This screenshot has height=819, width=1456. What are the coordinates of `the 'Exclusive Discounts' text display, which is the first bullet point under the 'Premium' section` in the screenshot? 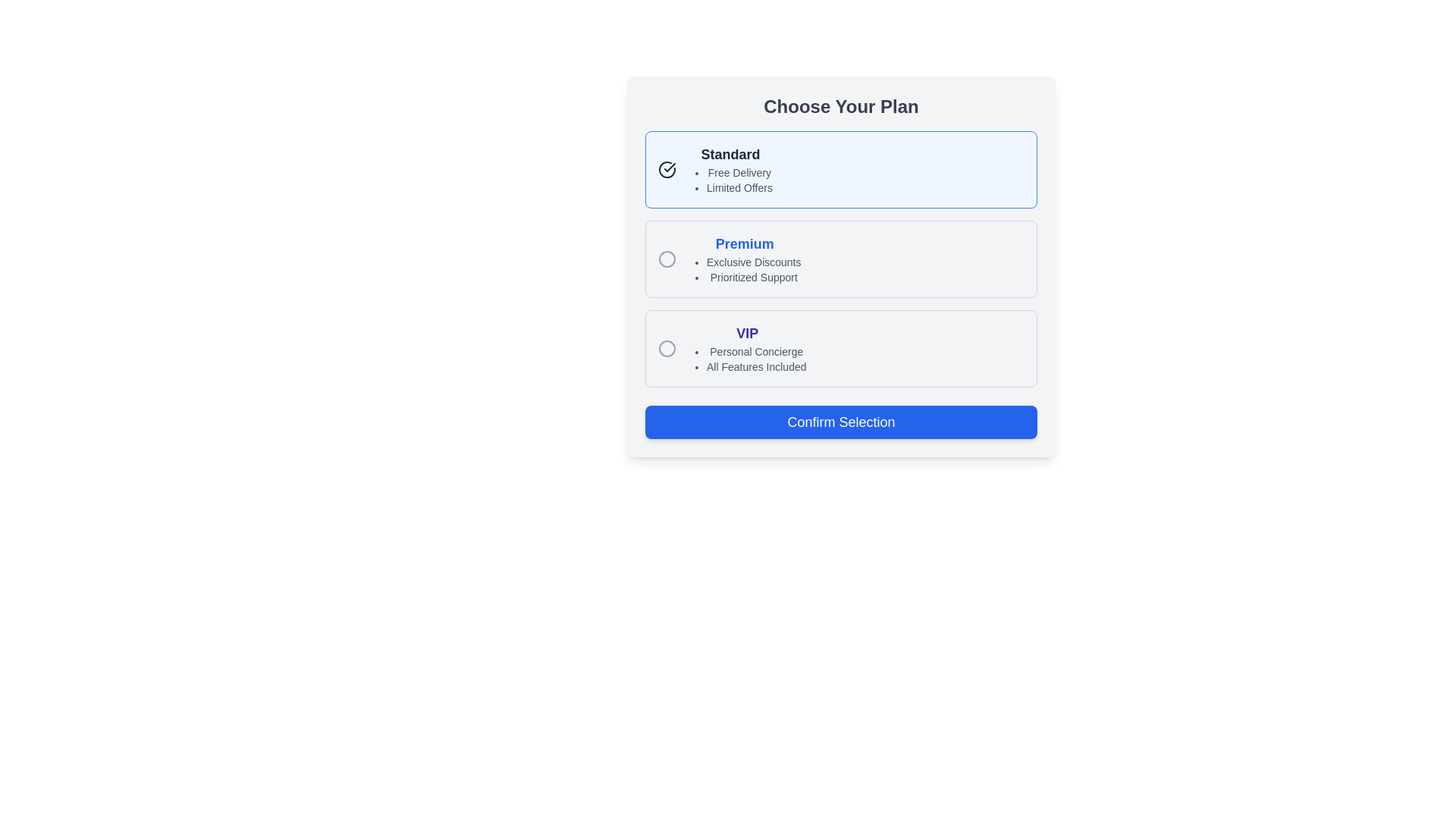 It's located at (754, 262).